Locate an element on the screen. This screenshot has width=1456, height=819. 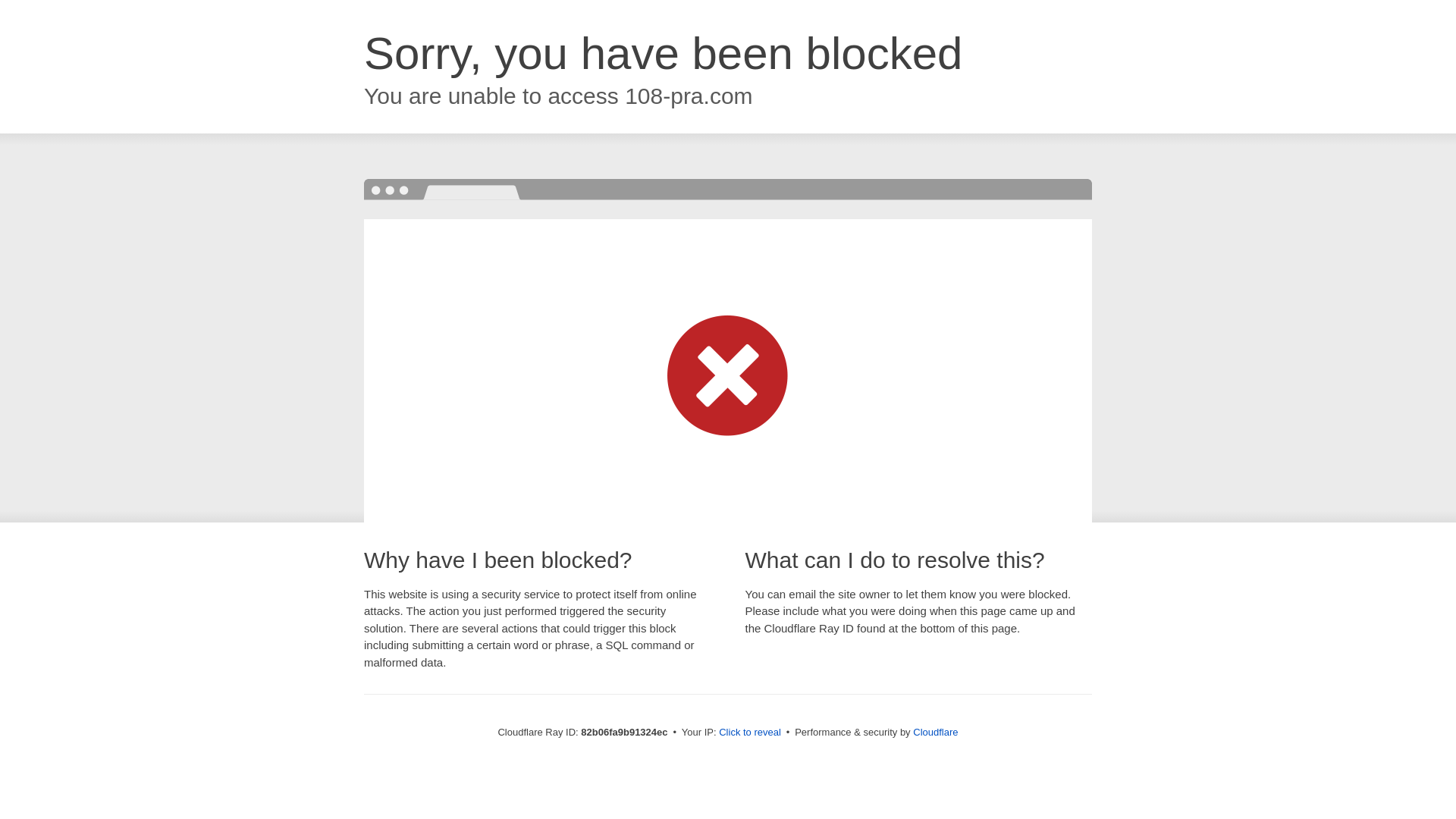
'Click to reveal' is located at coordinates (749, 731).